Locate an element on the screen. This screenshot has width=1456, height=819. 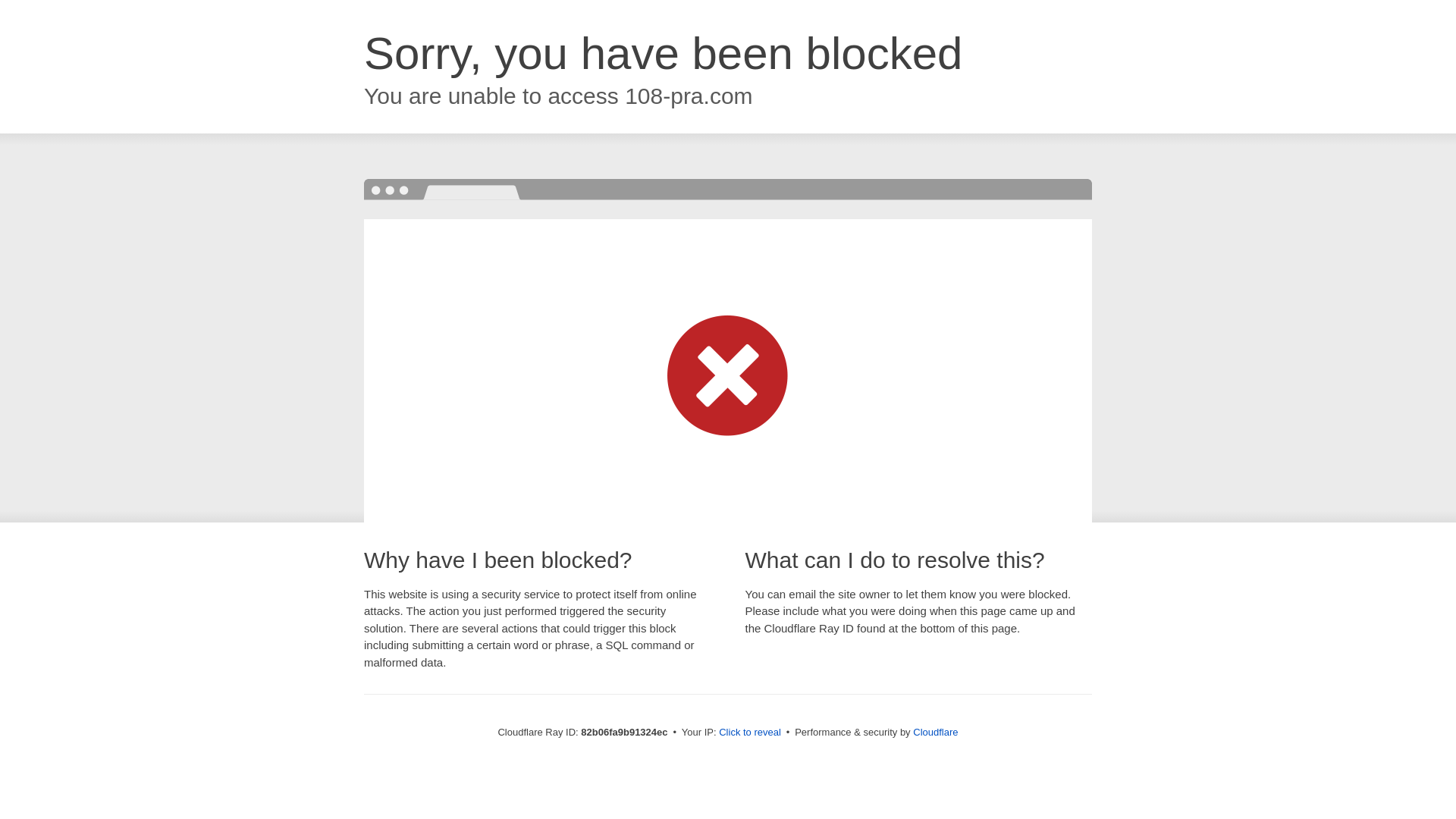
'Click to reveal' is located at coordinates (749, 731).